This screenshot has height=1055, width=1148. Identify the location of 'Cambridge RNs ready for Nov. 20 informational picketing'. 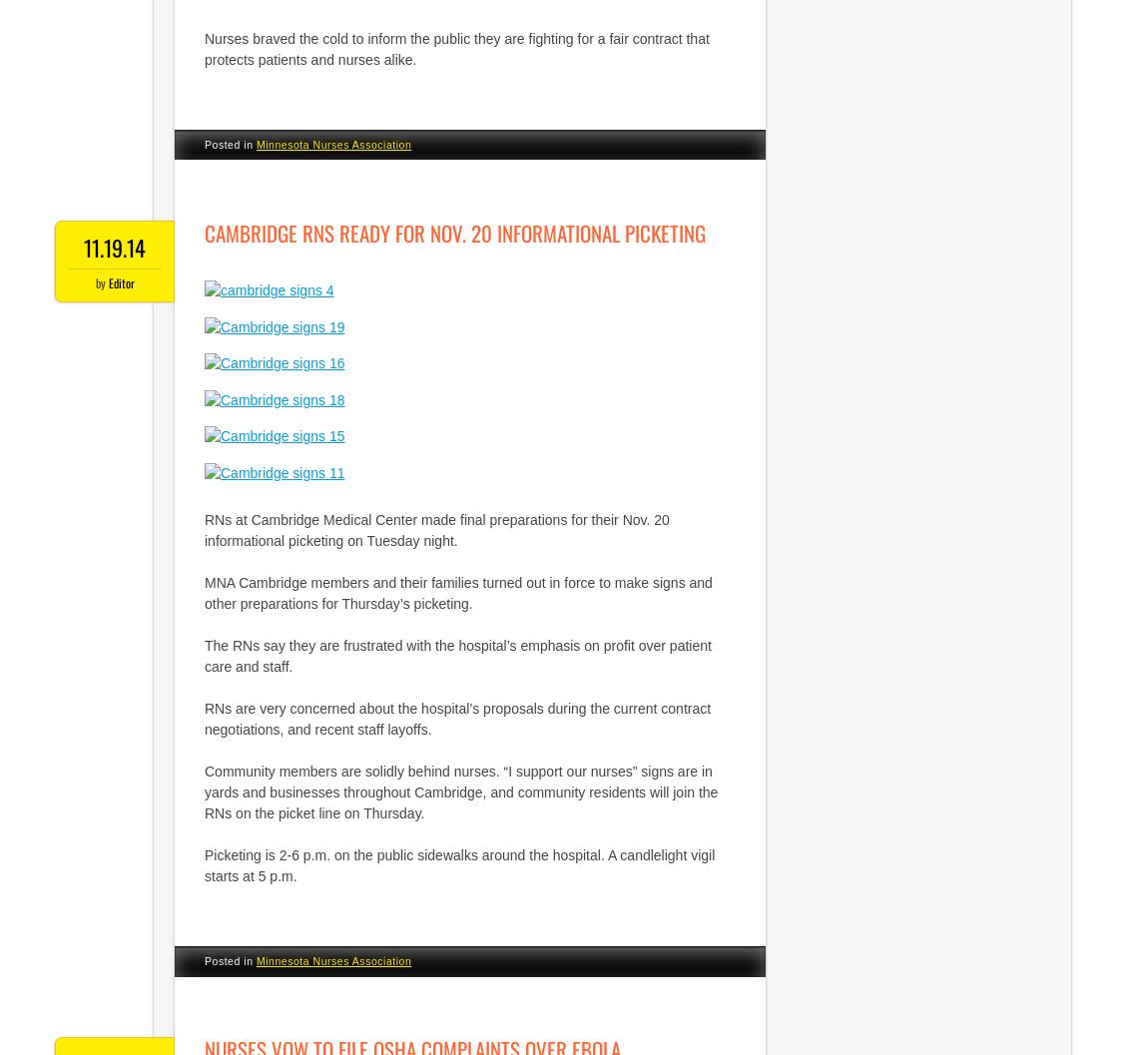
(454, 231).